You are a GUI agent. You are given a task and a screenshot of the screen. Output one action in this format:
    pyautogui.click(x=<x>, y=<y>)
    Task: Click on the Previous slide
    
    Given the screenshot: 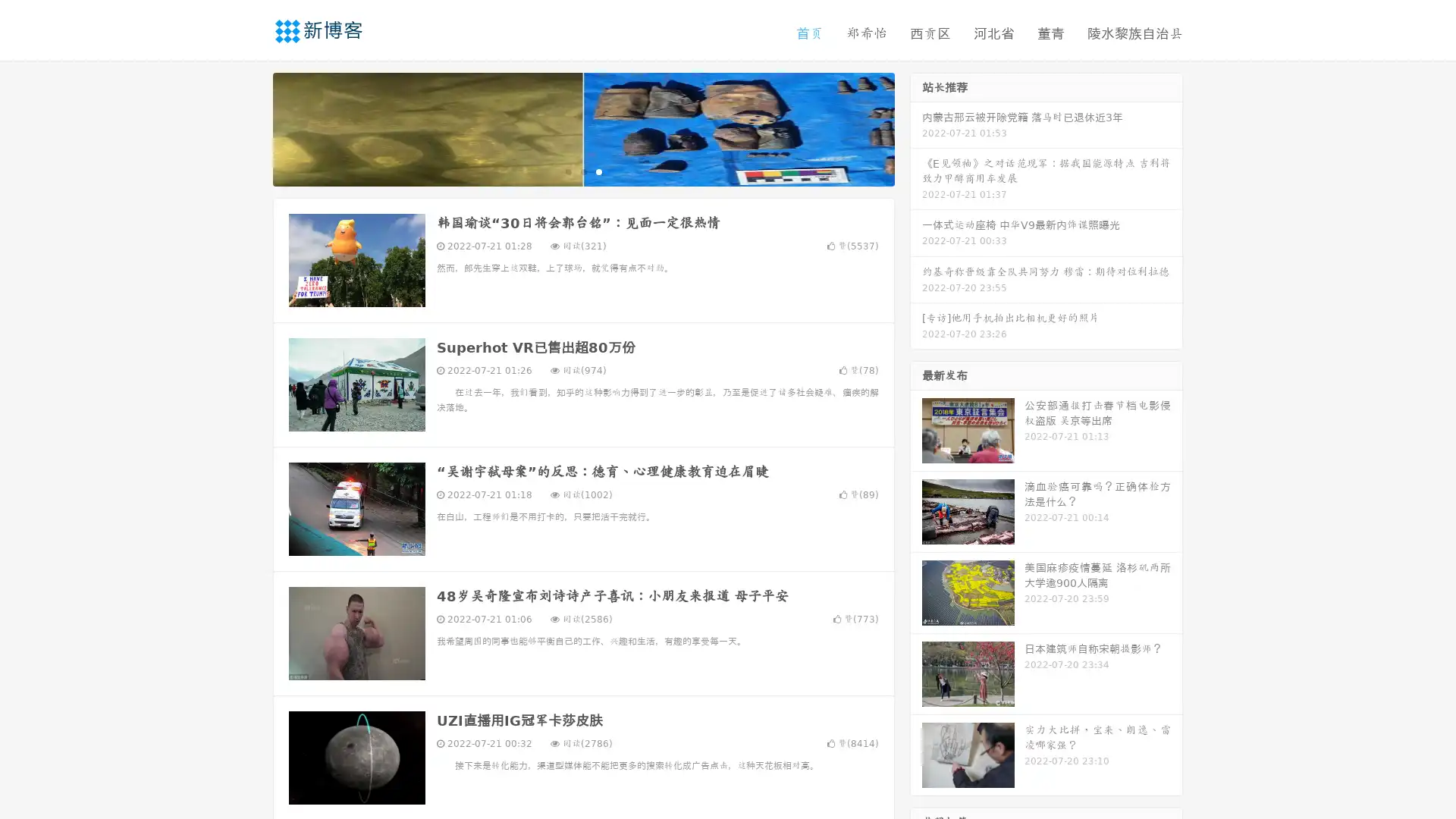 What is the action you would take?
    pyautogui.click(x=250, y=127)
    